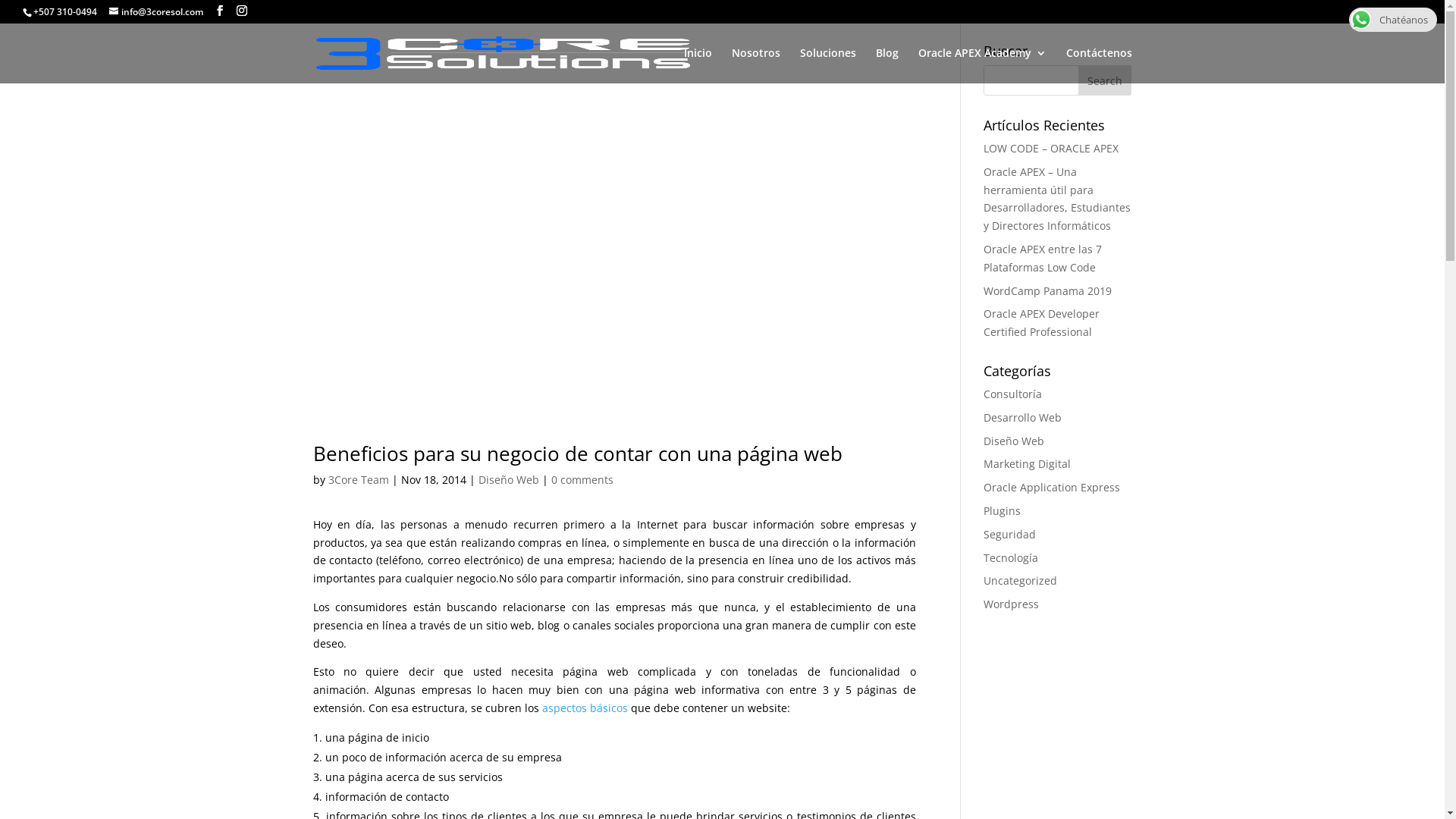 Image resolution: width=1456 pixels, height=819 pixels. I want to click on 'Marketing Digital', so click(1027, 463).